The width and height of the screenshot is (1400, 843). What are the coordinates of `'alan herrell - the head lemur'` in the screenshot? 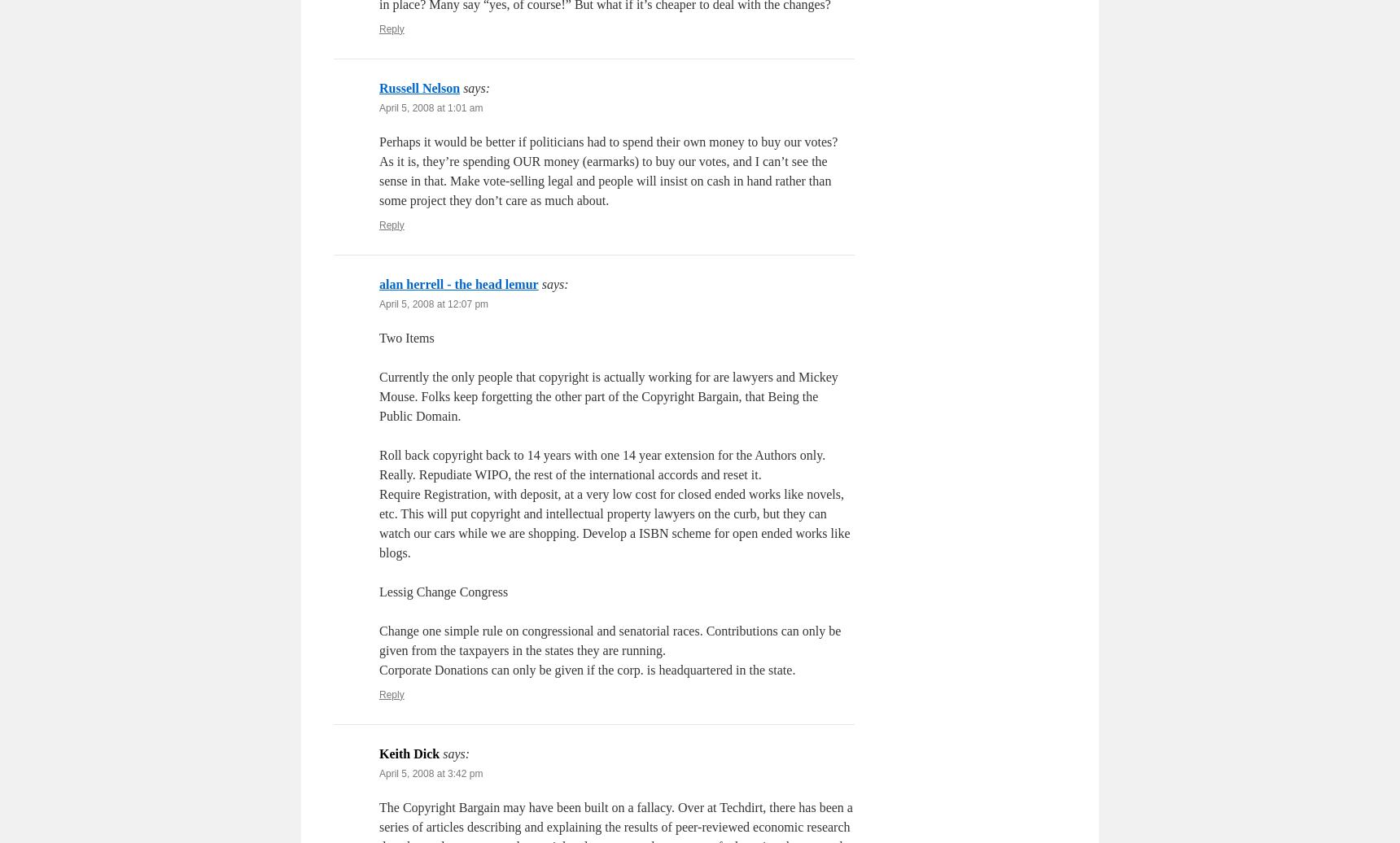 It's located at (458, 283).